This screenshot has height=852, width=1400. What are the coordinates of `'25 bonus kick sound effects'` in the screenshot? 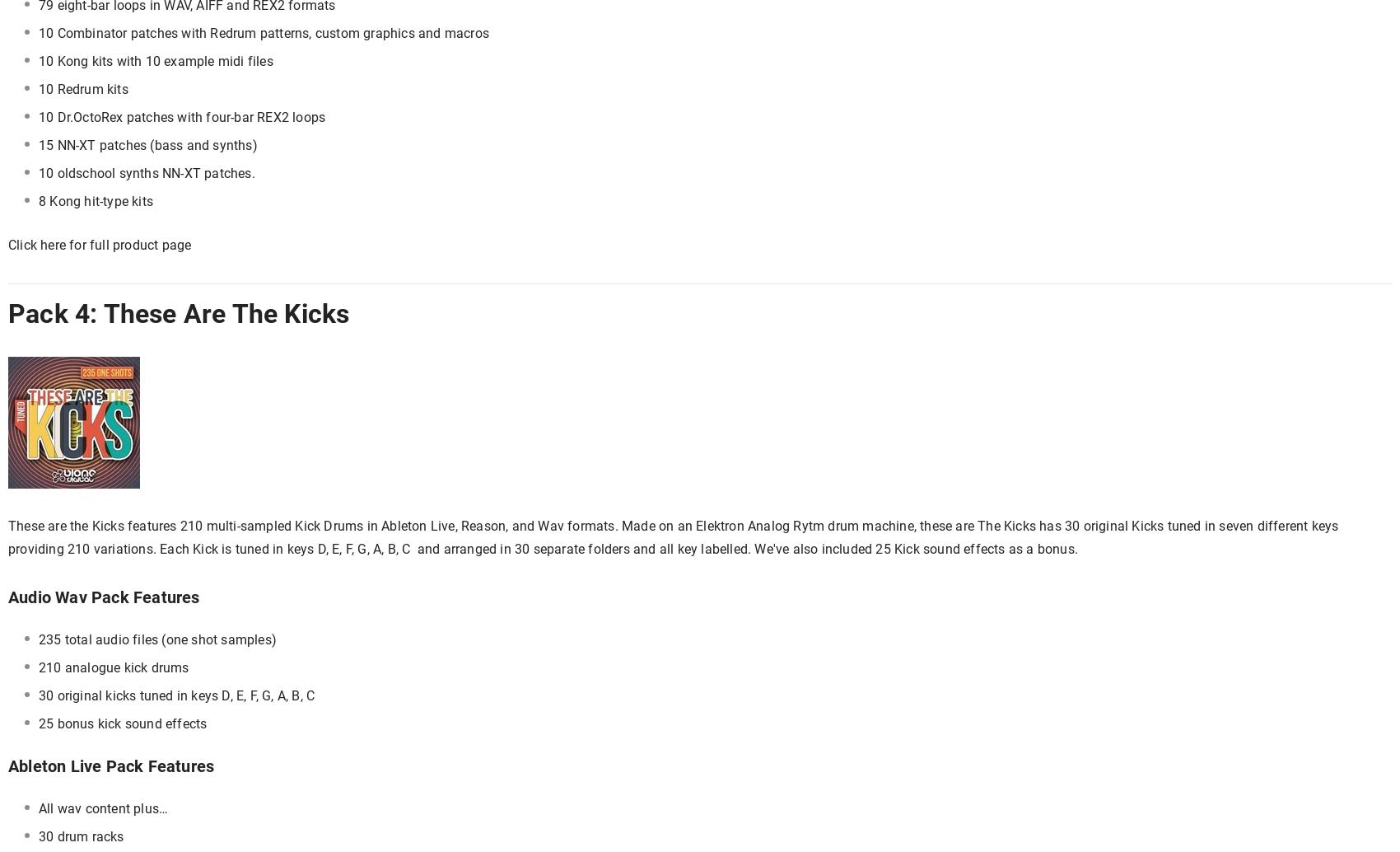 It's located at (121, 723).